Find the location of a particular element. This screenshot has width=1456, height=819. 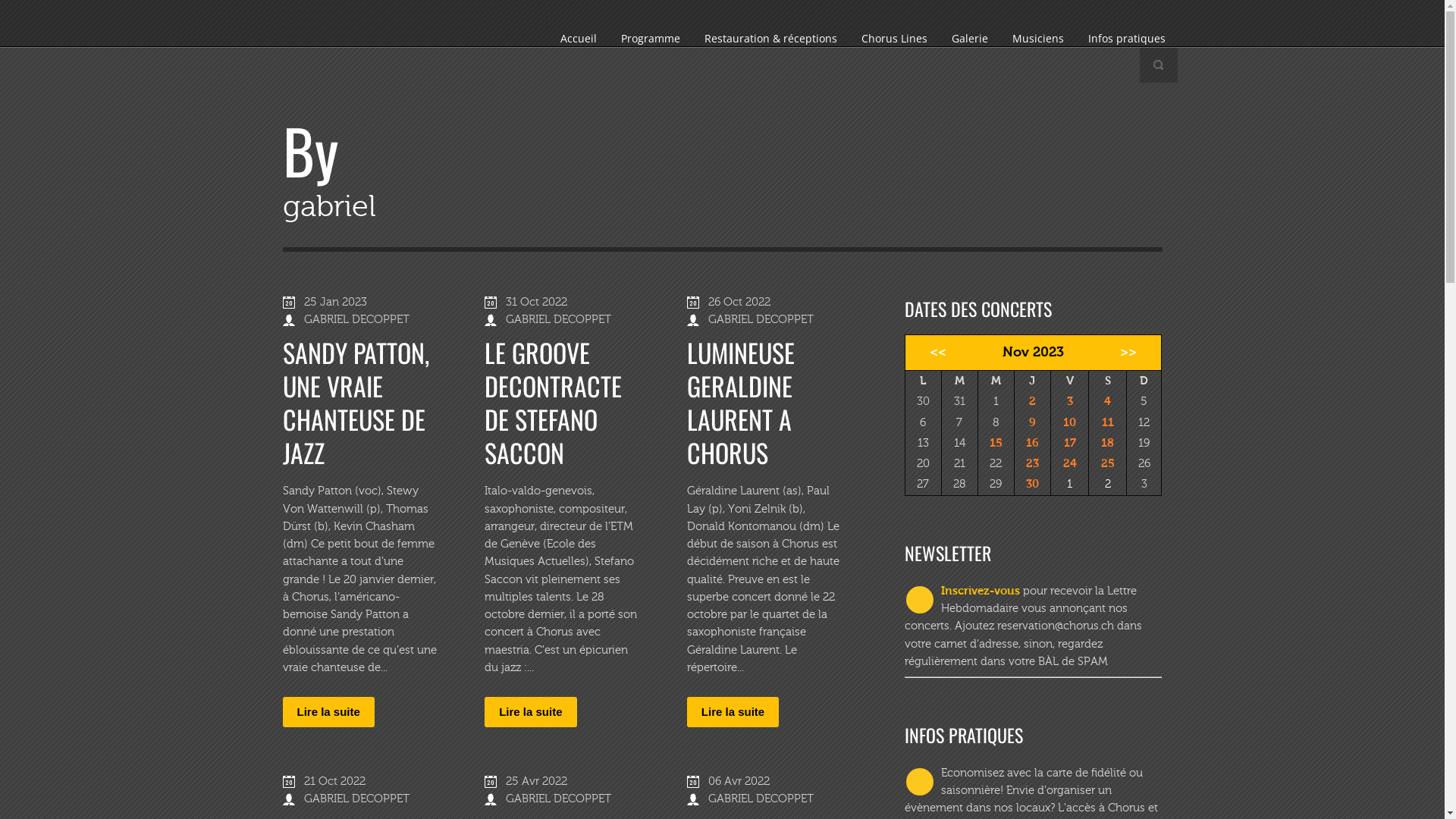

'Lire la suite' is located at coordinates (733, 711).